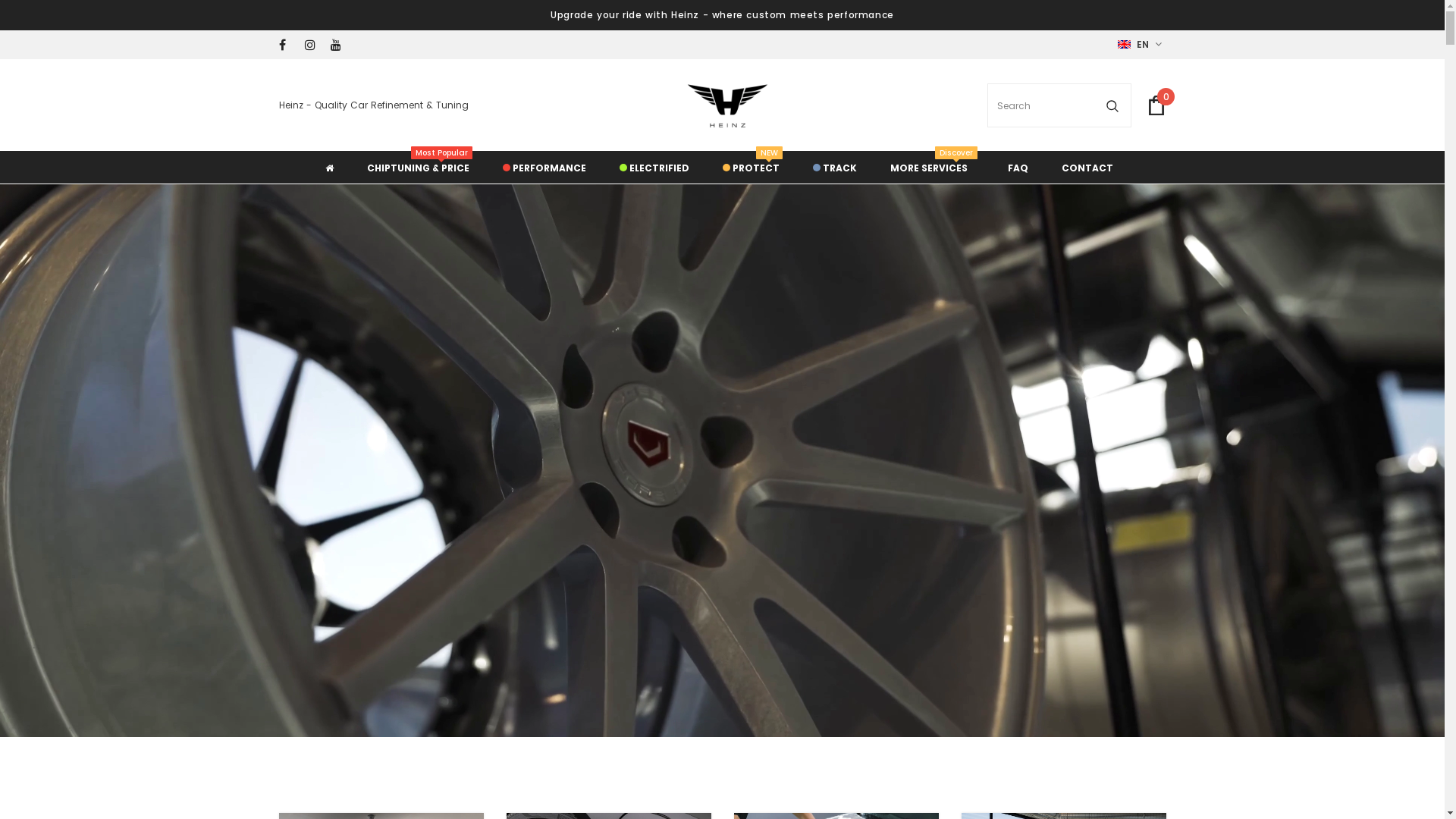 The height and width of the screenshot is (819, 1456). I want to click on 'PROTECT, so click(750, 166).